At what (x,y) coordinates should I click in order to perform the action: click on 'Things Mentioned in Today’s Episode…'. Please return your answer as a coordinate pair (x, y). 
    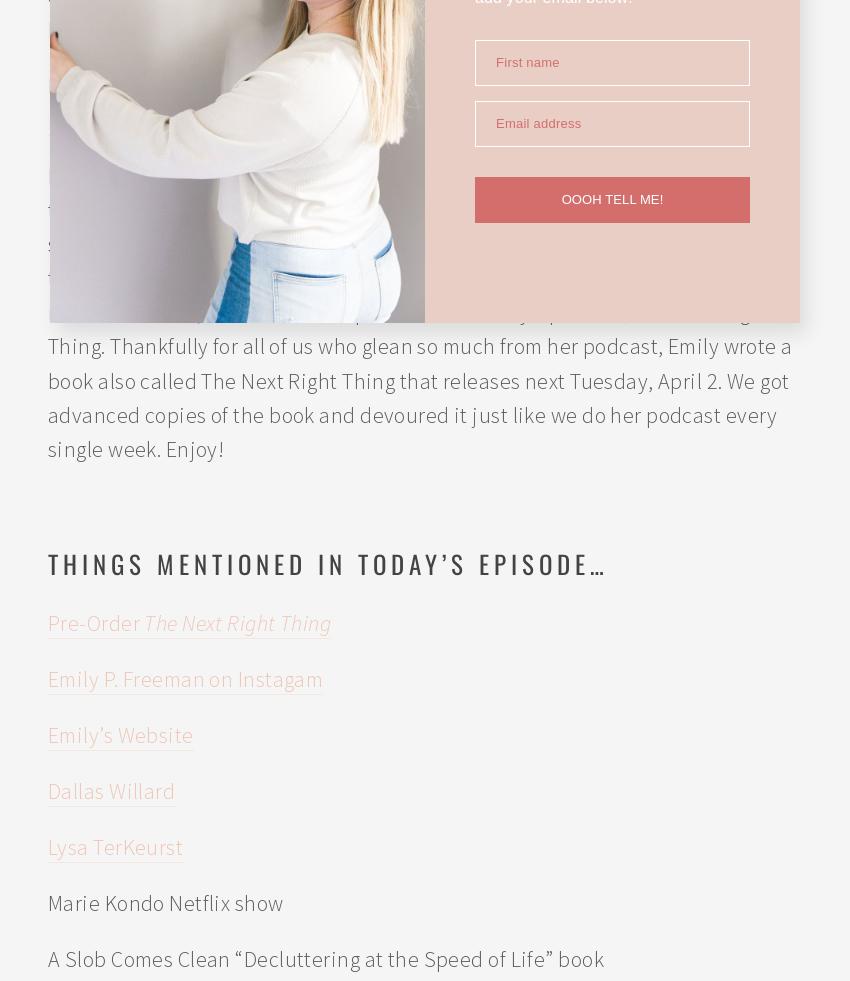
    Looking at the image, I should click on (328, 562).